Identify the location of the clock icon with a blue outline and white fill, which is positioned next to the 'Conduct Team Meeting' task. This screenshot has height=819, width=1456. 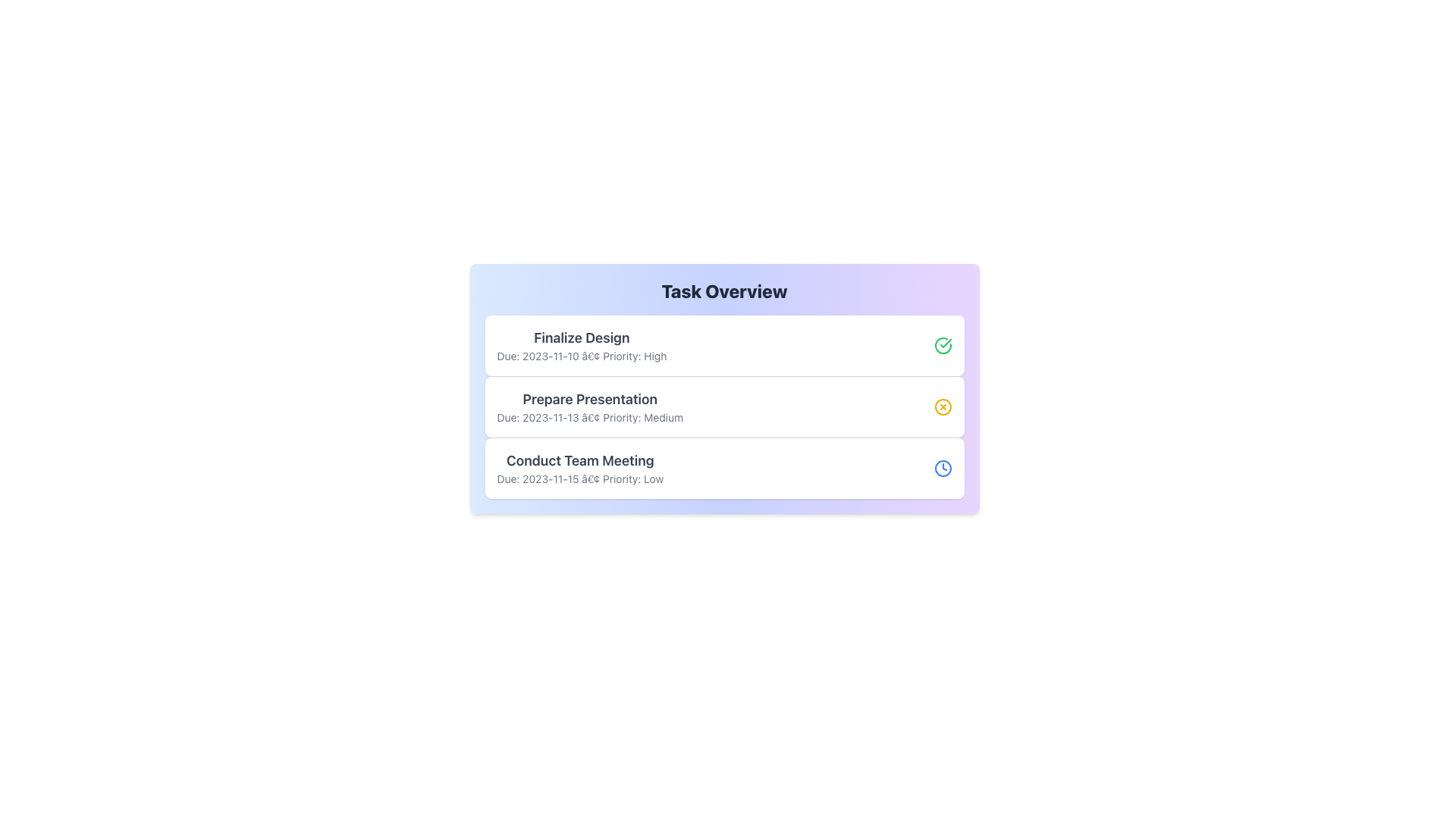
(942, 467).